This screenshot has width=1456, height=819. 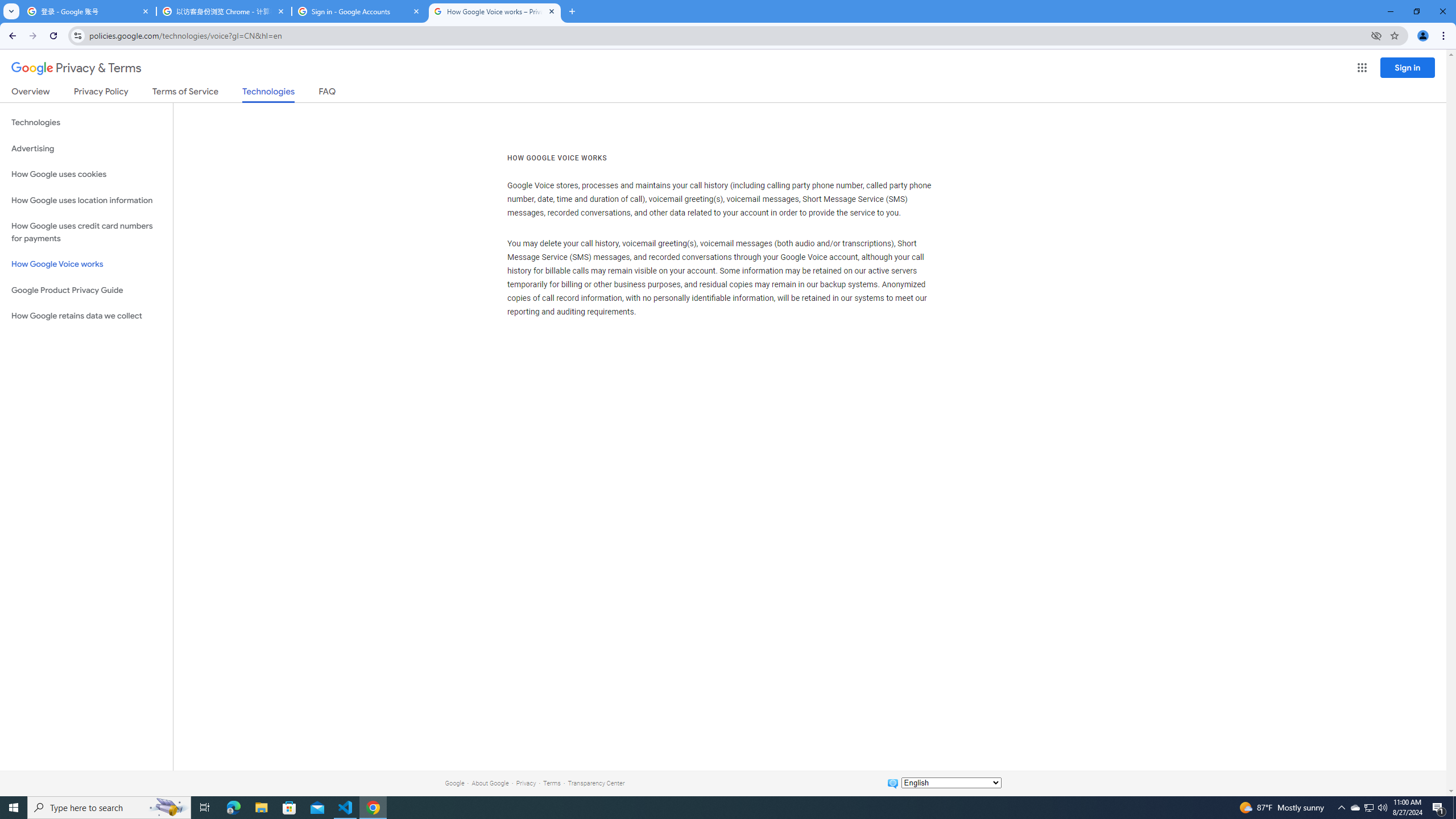 What do you see at coordinates (86, 316) in the screenshot?
I see `'How Google retains data we collect'` at bounding box center [86, 316].